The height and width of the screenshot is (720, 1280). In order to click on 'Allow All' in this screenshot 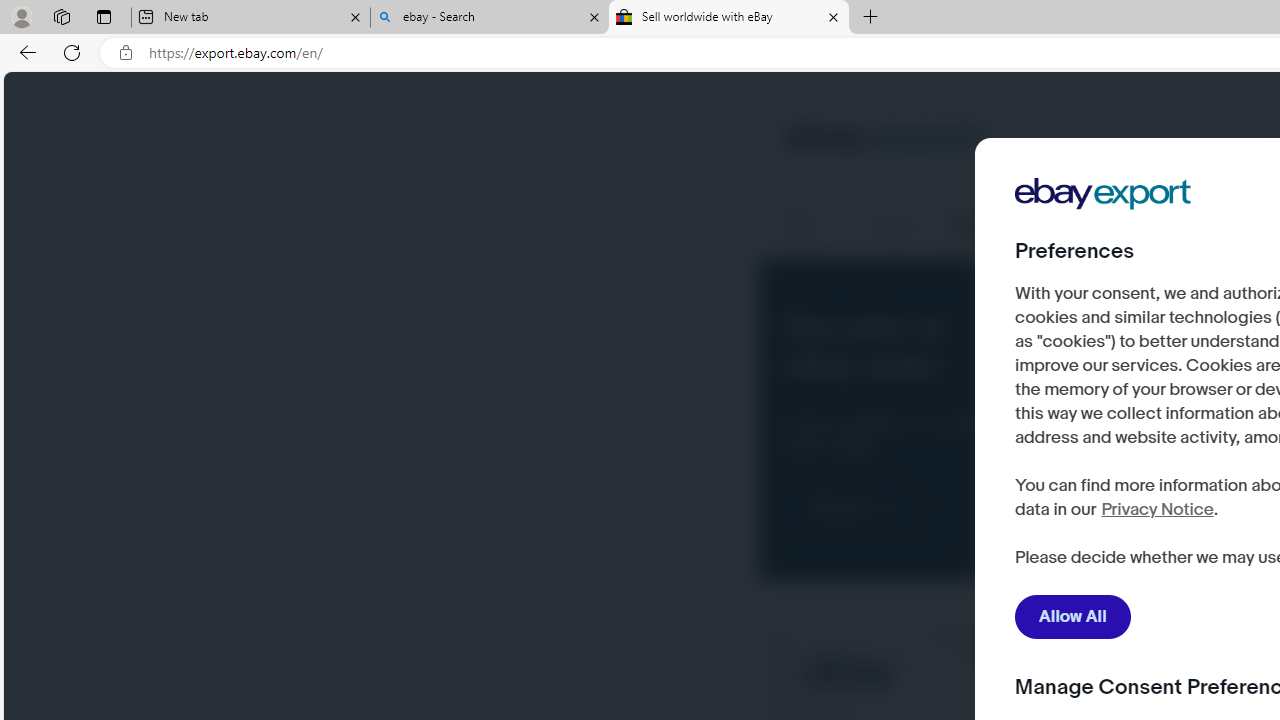, I will do `click(1072, 616)`.